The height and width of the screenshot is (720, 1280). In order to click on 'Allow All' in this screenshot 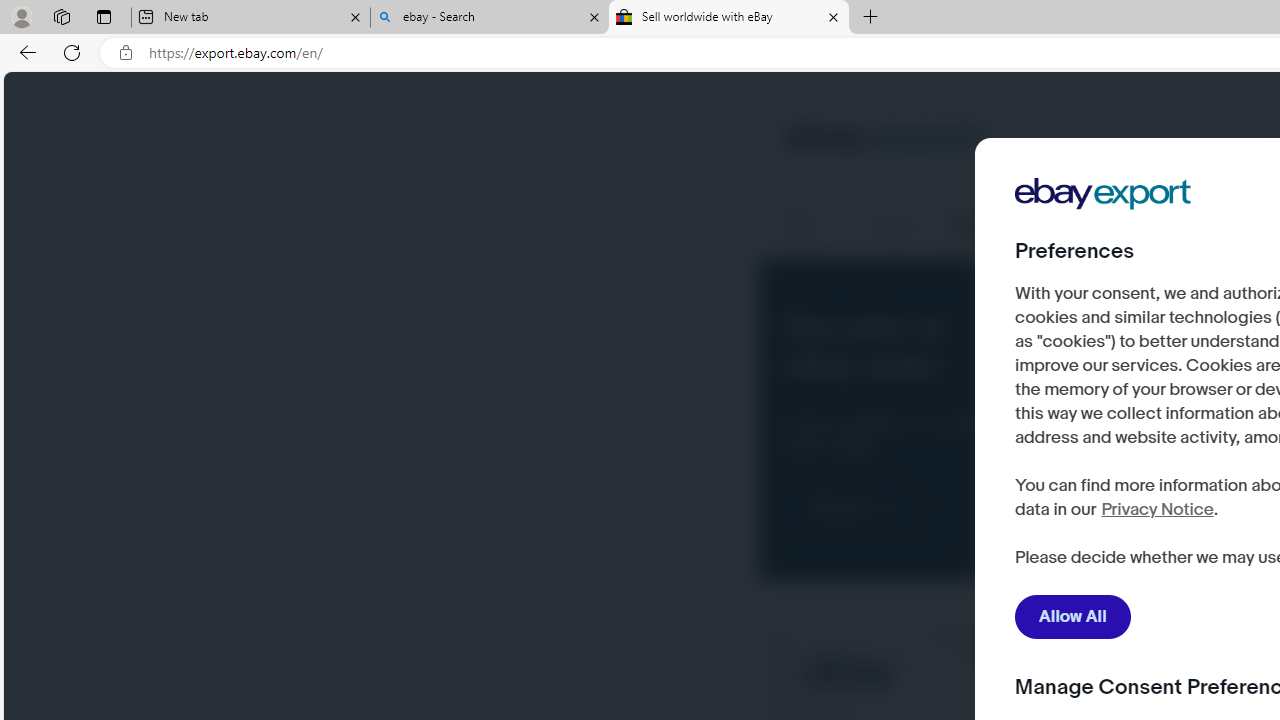, I will do `click(1072, 616)`.